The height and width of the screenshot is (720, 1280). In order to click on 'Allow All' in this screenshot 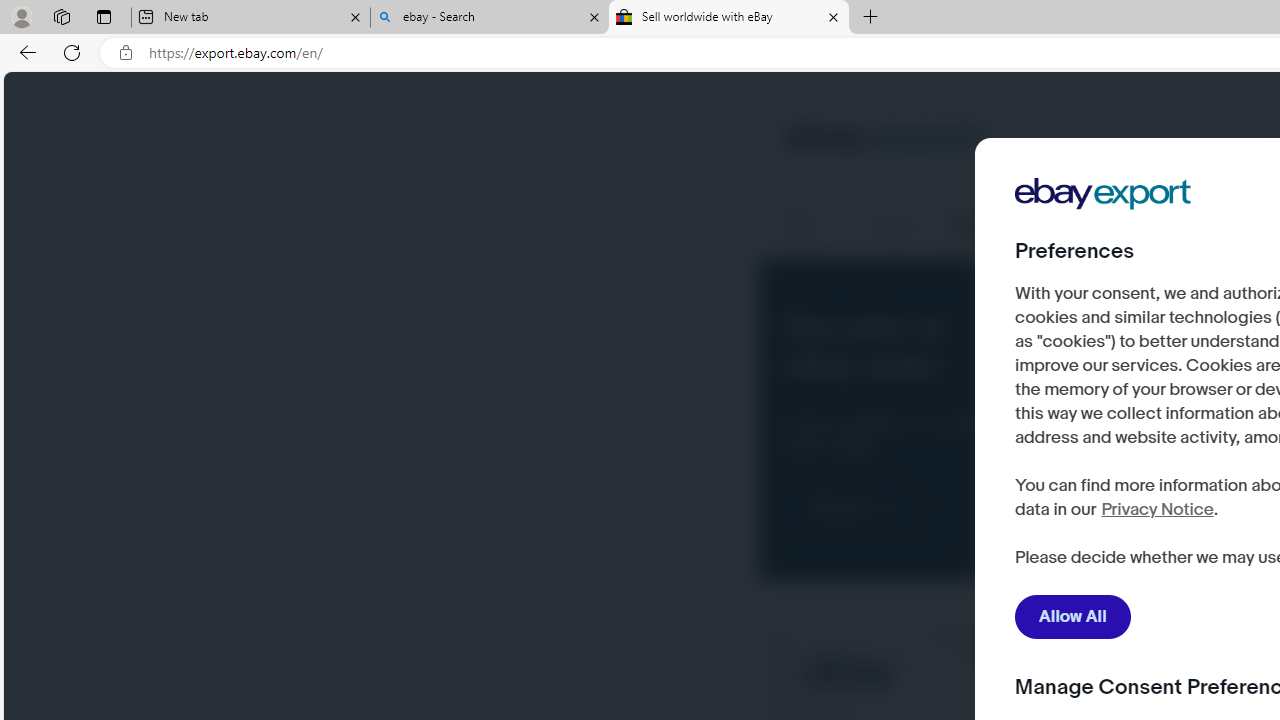, I will do `click(1072, 616)`.